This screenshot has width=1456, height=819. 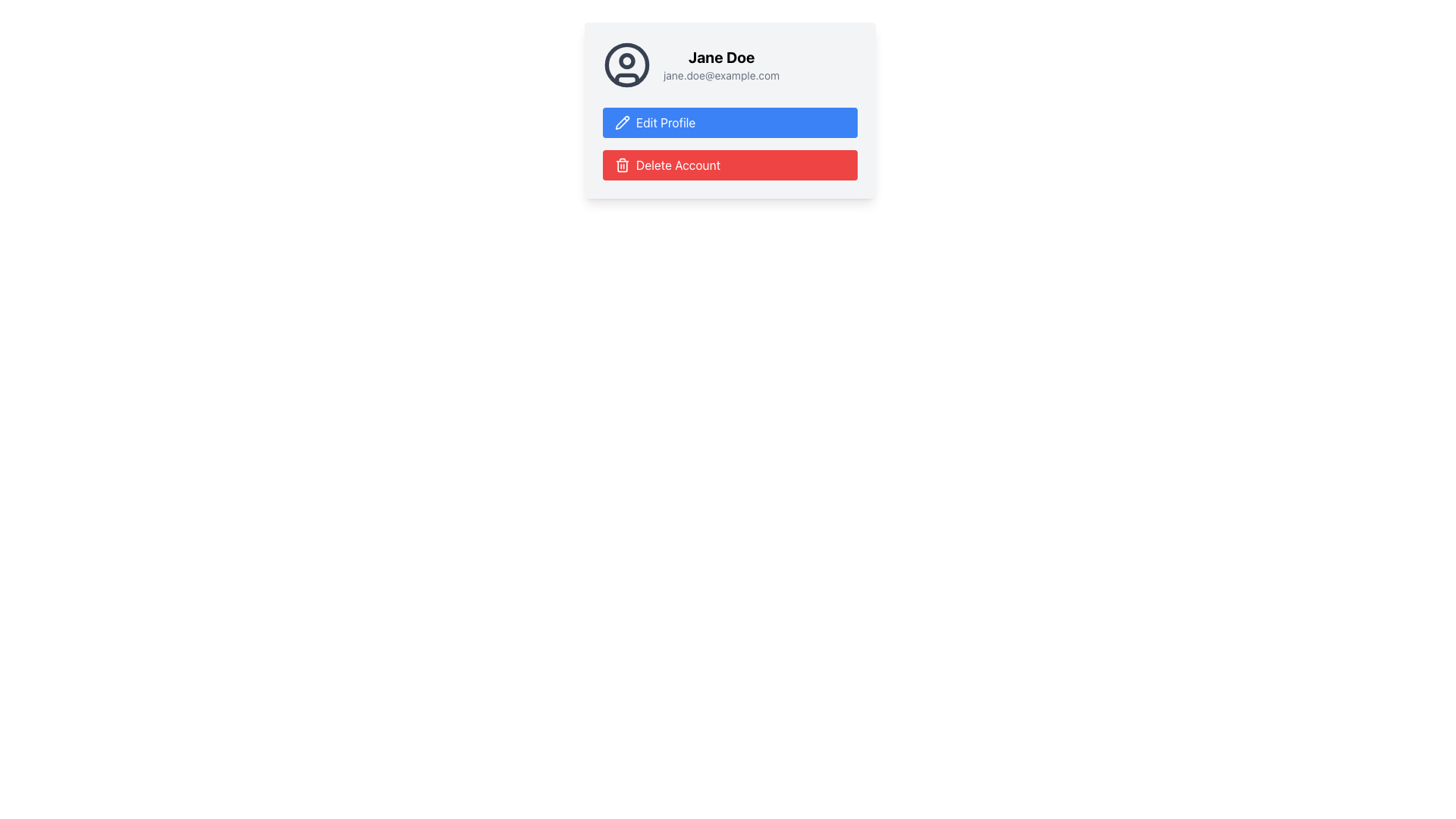 What do you see at coordinates (622, 122) in the screenshot?
I see `the edit icon within the 'Edit Profile' button` at bounding box center [622, 122].